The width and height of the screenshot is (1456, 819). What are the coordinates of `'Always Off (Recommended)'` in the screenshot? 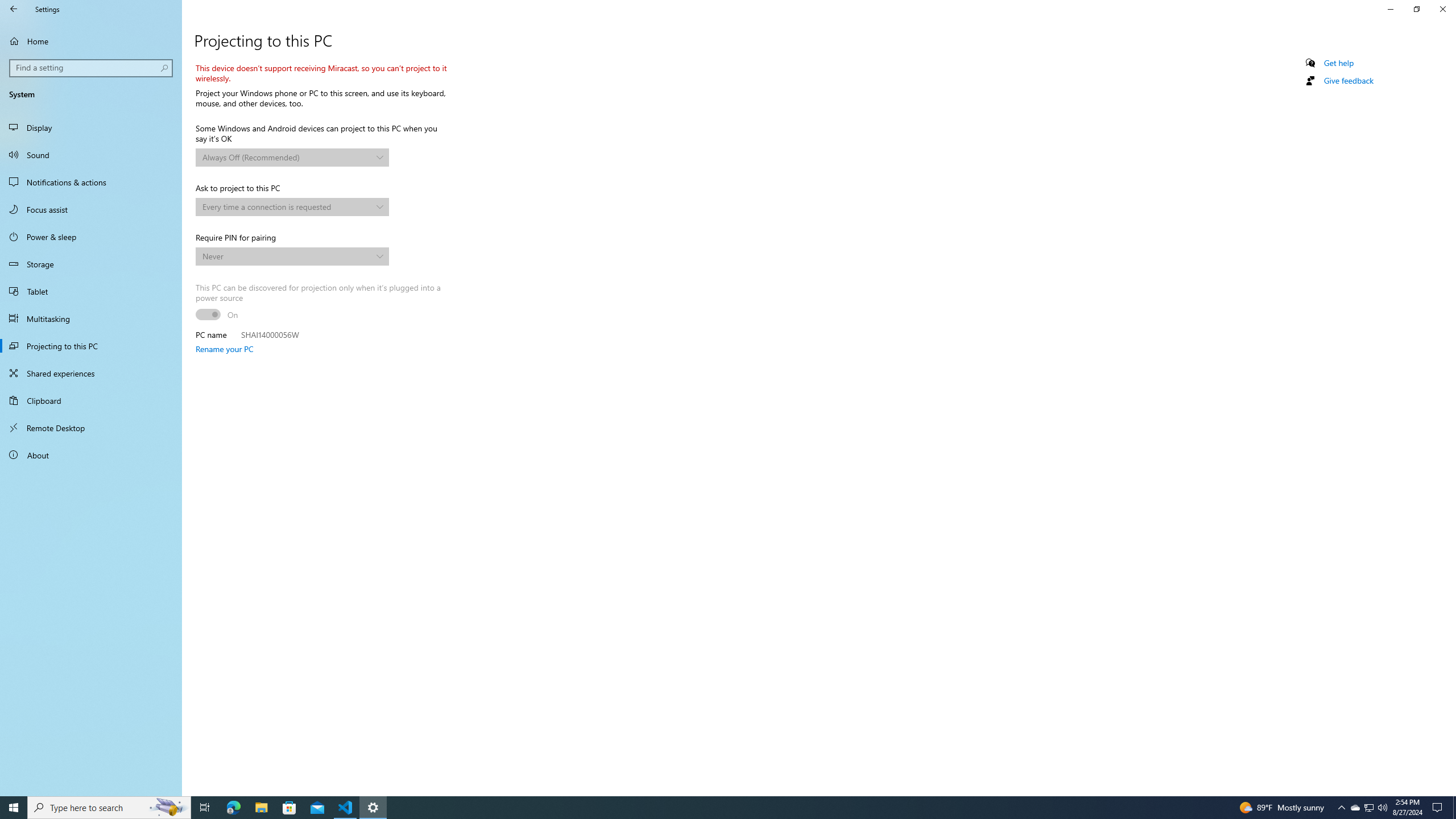 It's located at (287, 156).